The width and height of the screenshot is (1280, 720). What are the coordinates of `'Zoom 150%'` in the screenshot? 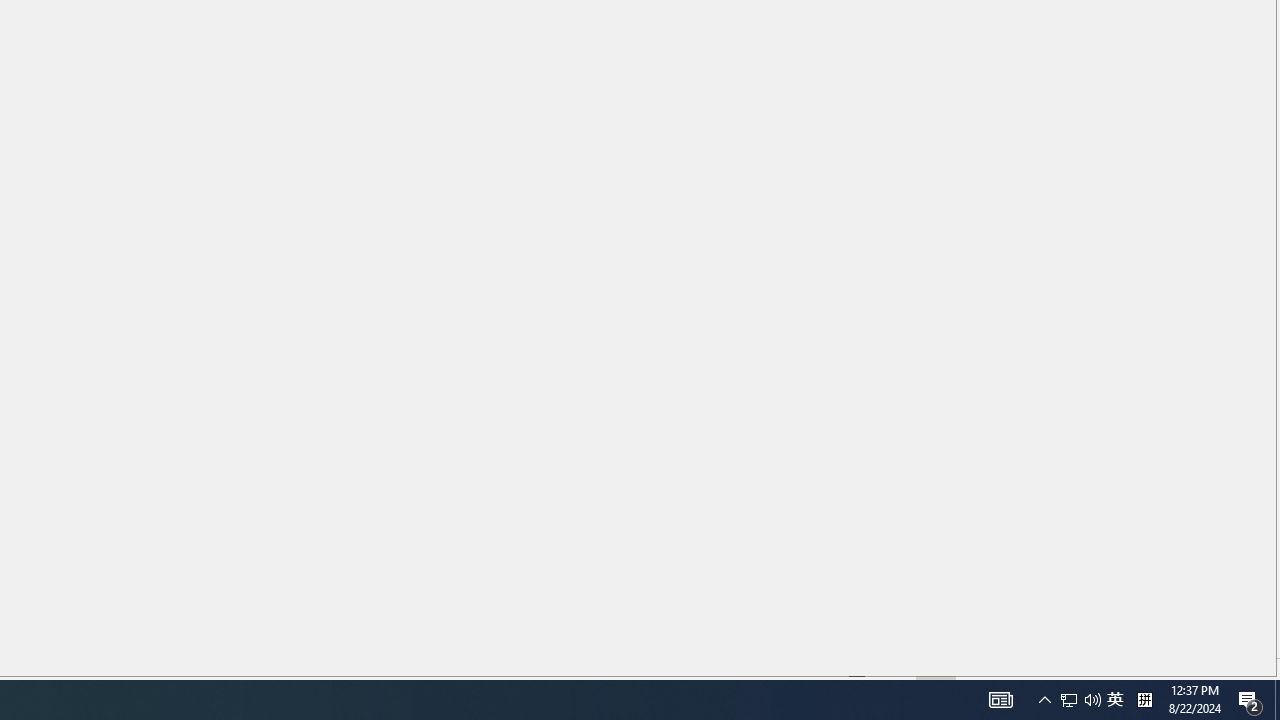 It's located at (1233, 669).